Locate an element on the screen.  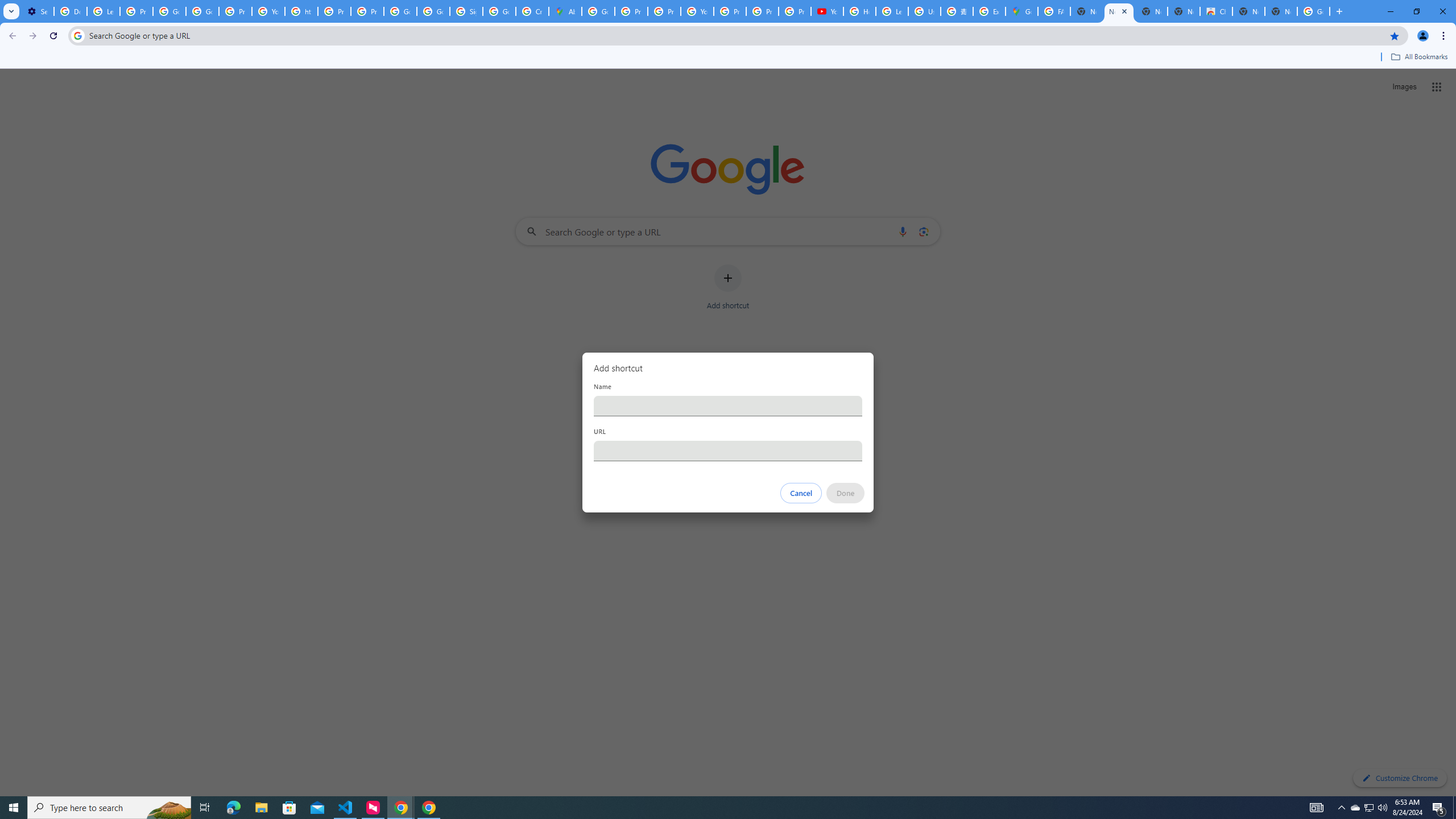
'Explore new street-level details - Google Maps Help' is located at coordinates (988, 11).